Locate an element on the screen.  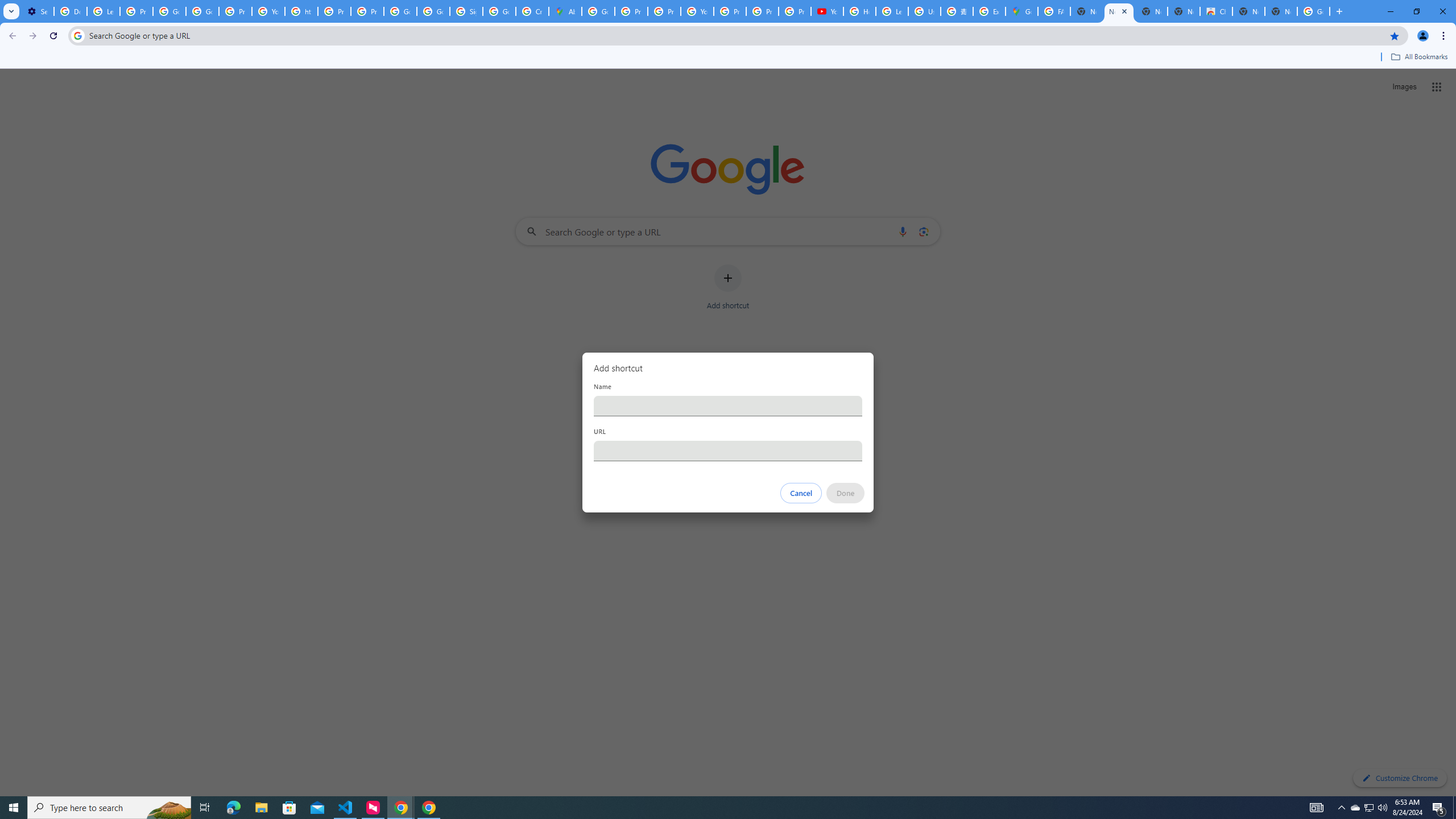
'Explore new street-level details - Google Maps Help' is located at coordinates (988, 11).